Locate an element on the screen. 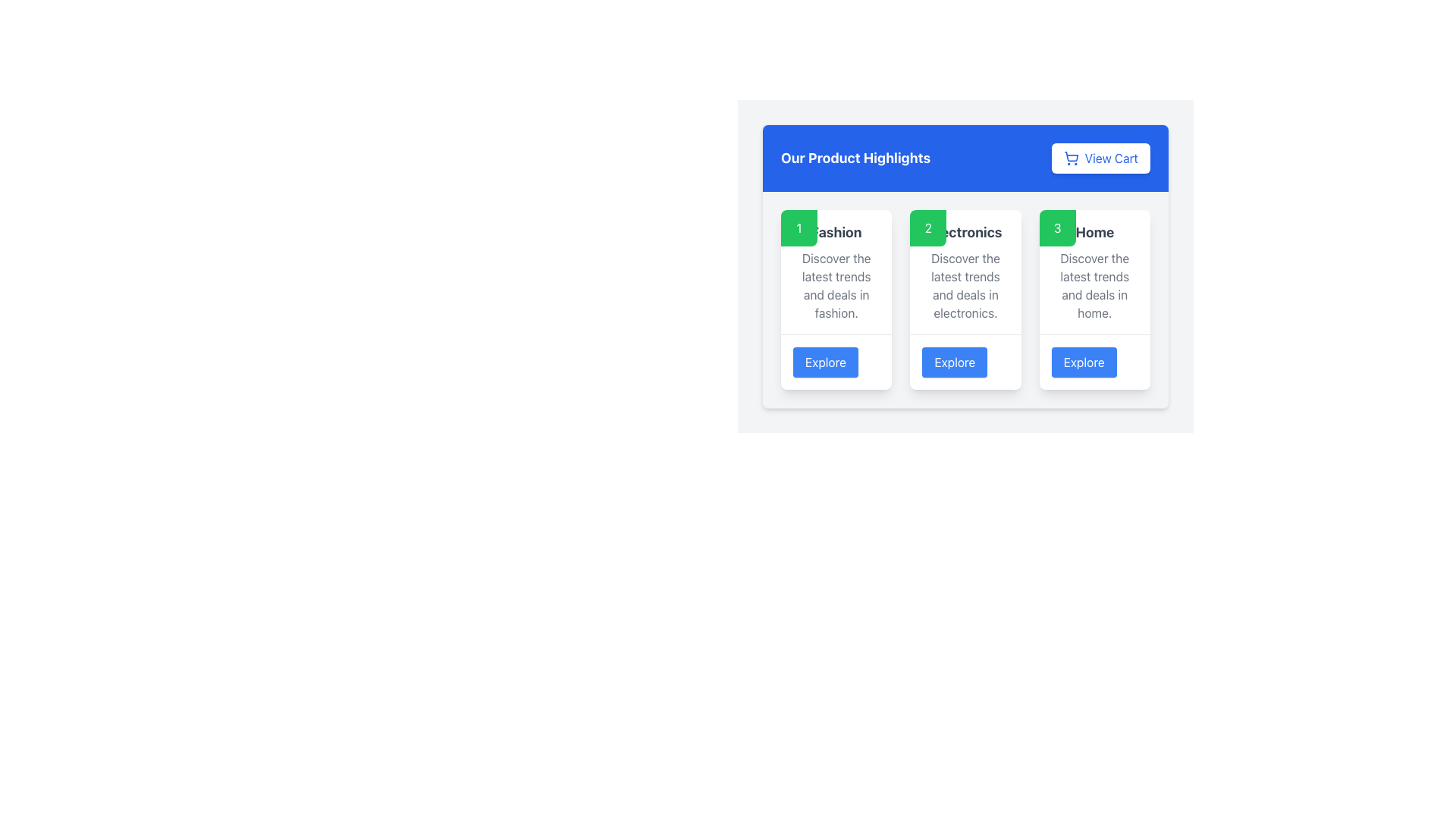 The image size is (1456, 819). the informational text block located below the 'Fashion' text in the leftmost card of the horizontally arranged group of three cards, which is situated directly below the header 'Our Product Highlights.' is located at coordinates (836, 286).